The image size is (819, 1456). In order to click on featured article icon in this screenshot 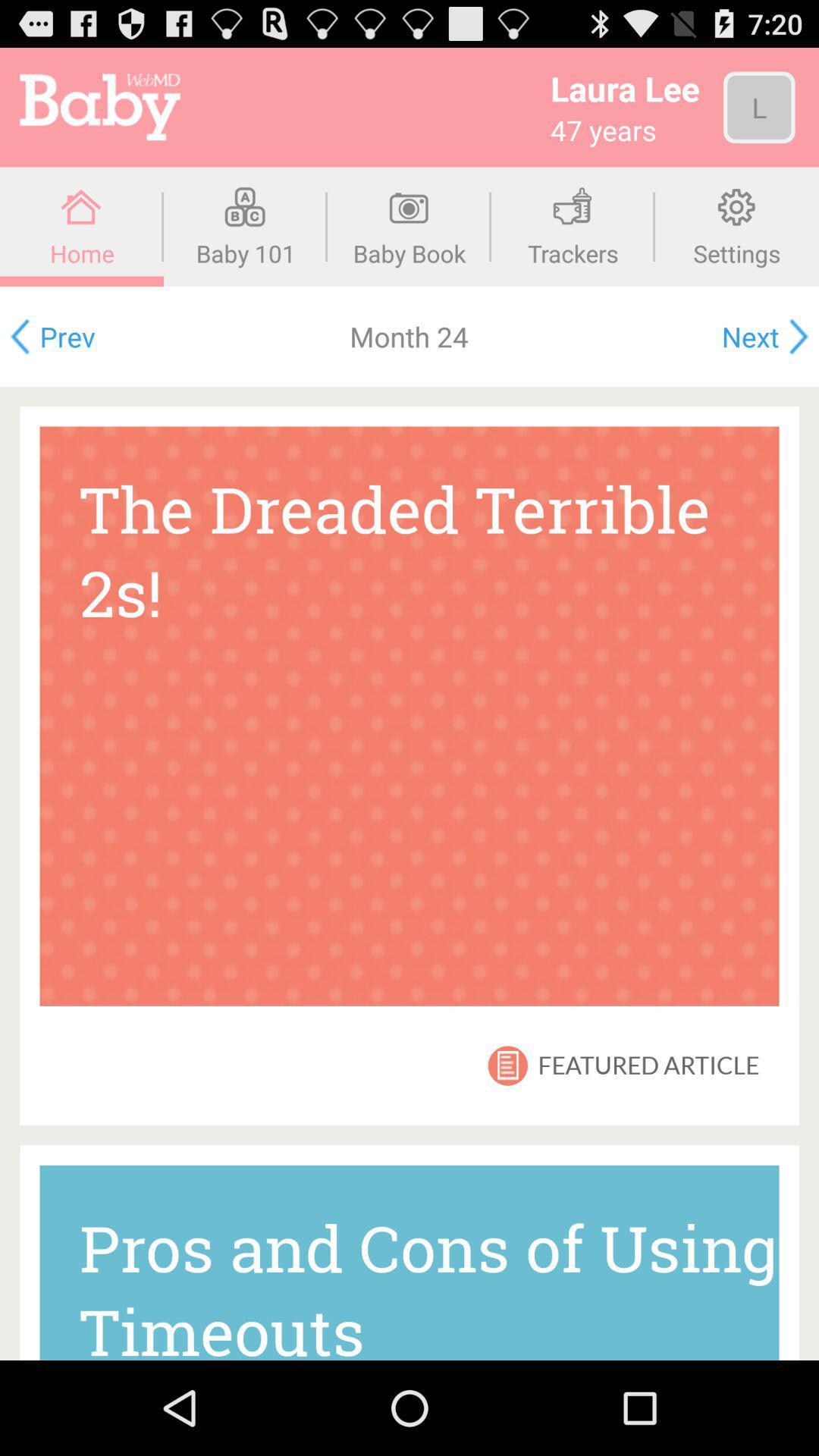, I will do `click(648, 1065)`.